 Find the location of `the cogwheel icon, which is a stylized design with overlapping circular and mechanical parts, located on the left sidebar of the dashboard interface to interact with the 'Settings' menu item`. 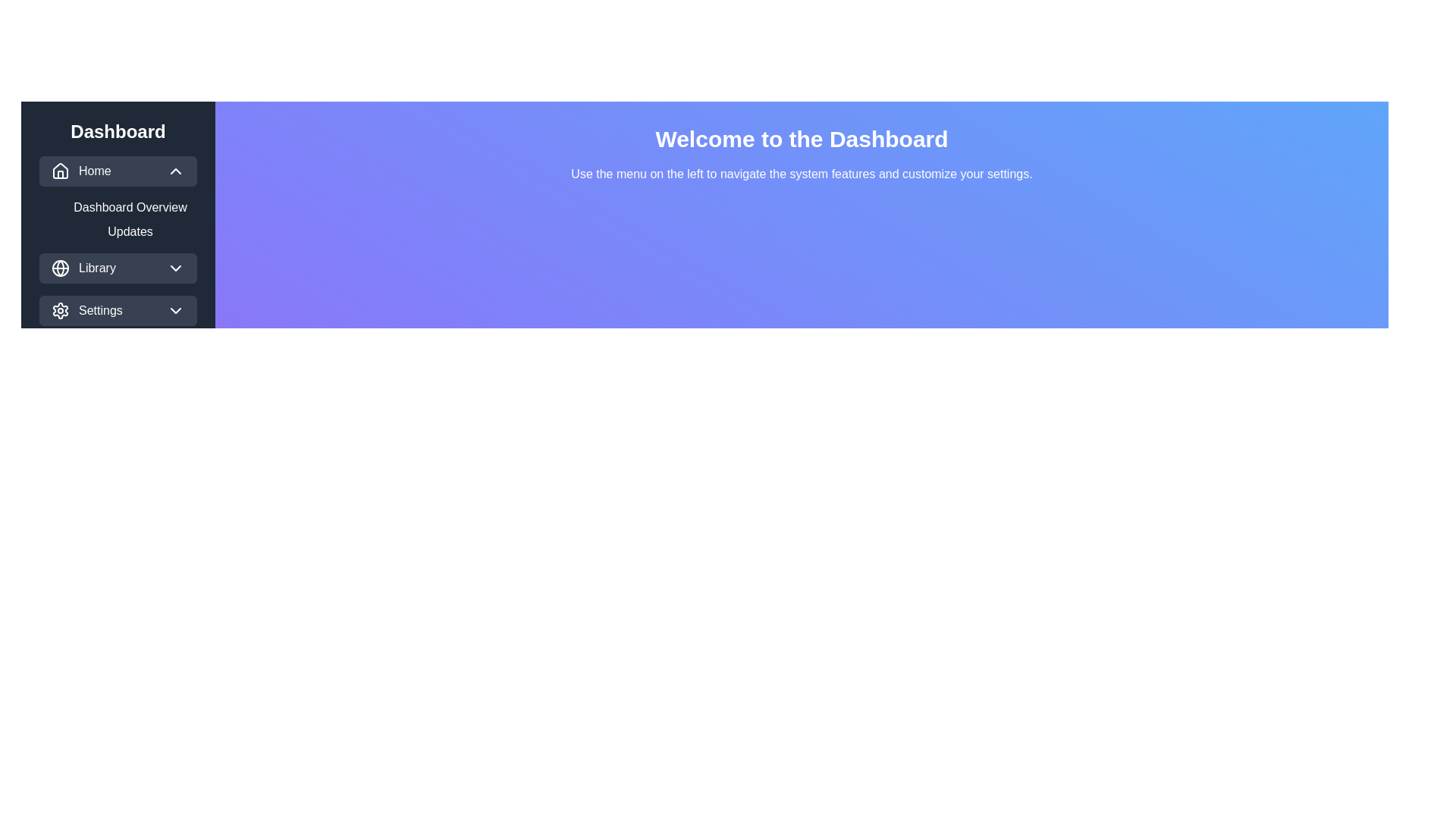

the cogwheel icon, which is a stylized design with overlapping circular and mechanical parts, located on the left sidebar of the dashboard interface to interact with the 'Settings' menu item is located at coordinates (61, 309).